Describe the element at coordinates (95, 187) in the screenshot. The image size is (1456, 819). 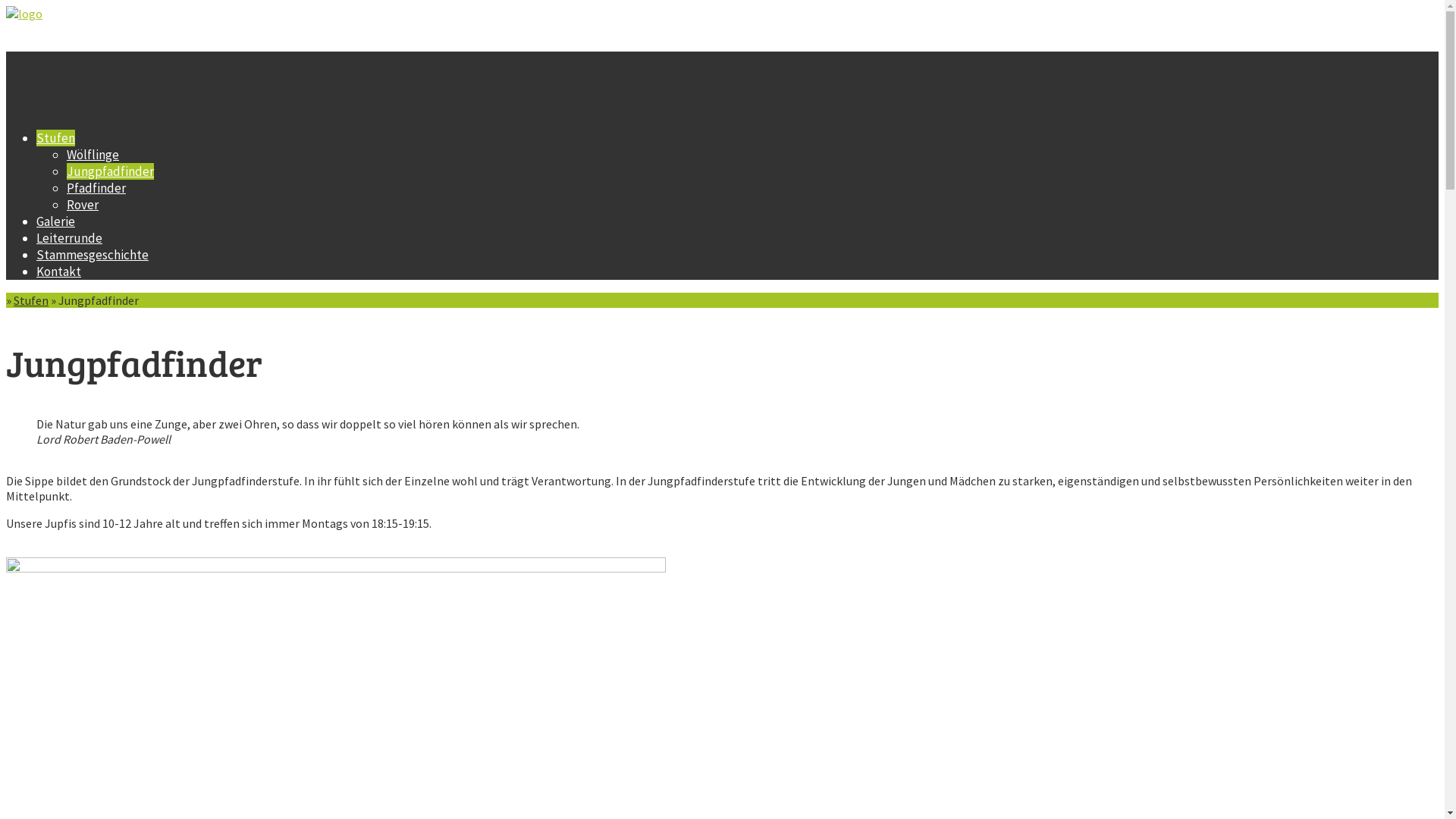
I see `'Pfadfinder'` at that location.